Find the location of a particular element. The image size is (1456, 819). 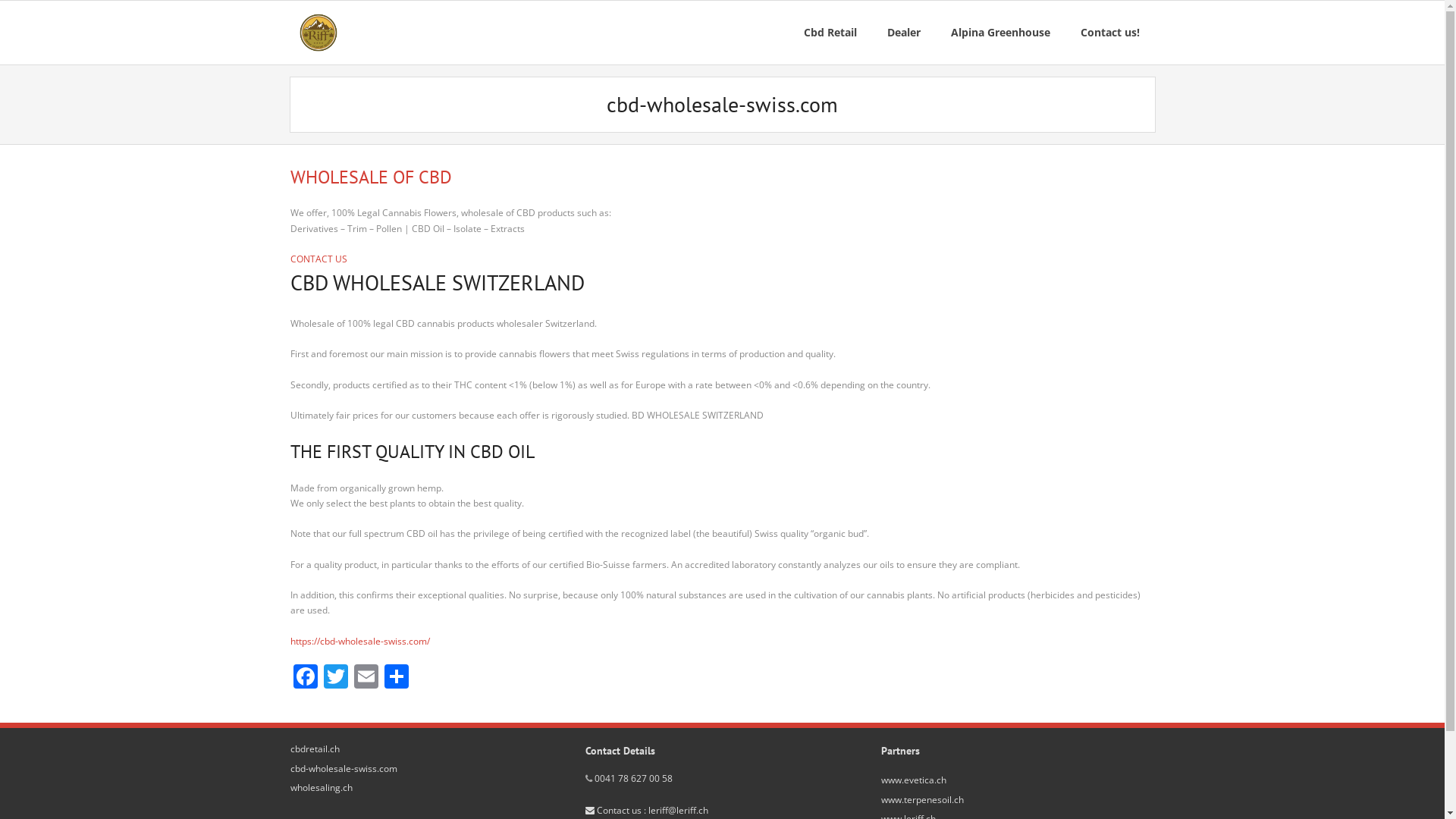

'Alpina Greenhouse' is located at coordinates (1000, 32).